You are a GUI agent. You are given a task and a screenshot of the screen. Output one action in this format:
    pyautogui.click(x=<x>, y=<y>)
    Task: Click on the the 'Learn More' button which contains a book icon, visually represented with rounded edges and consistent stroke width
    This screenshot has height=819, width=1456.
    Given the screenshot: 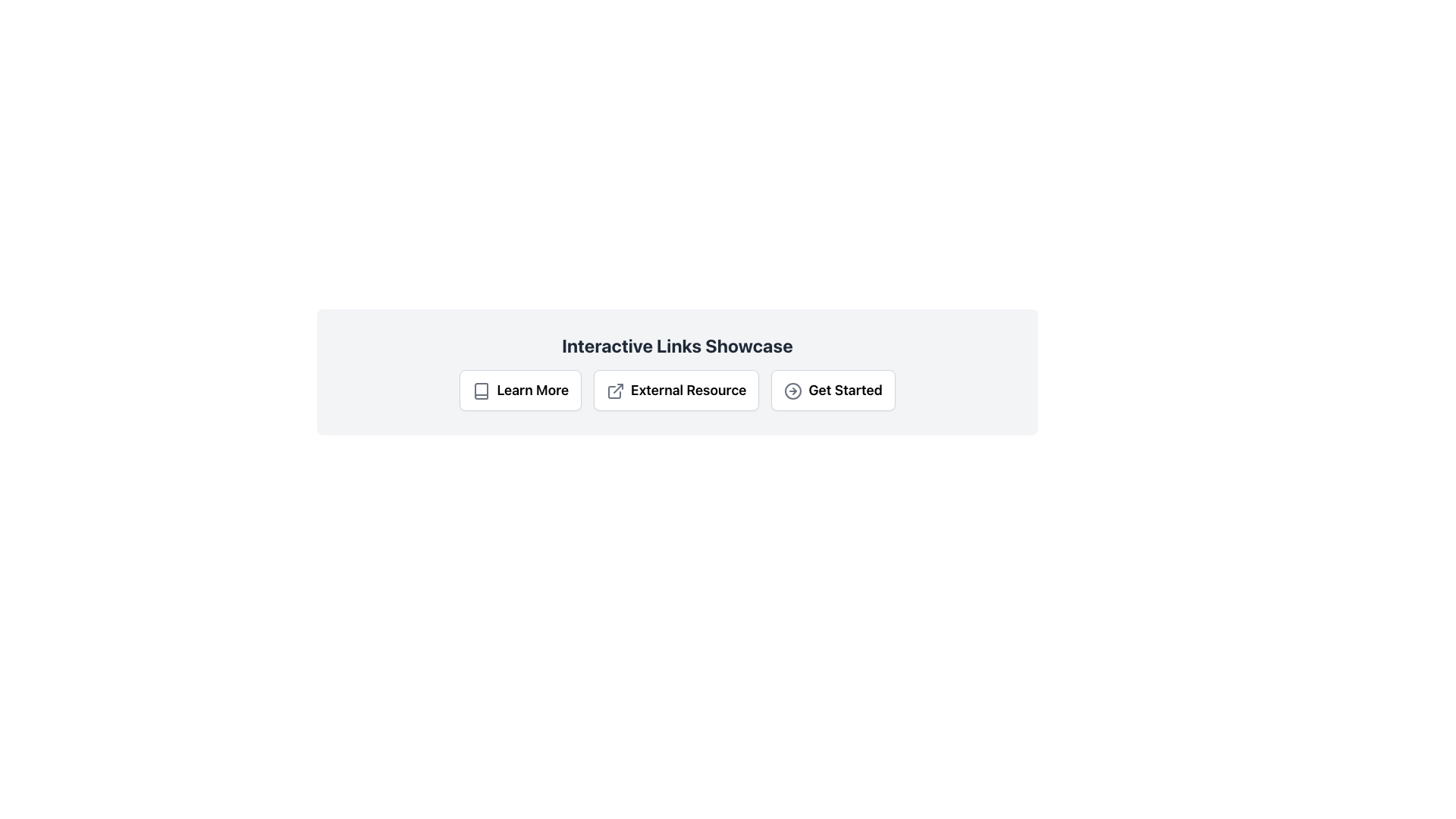 What is the action you would take?
    pyautogui.click(x=481, y=391)
    